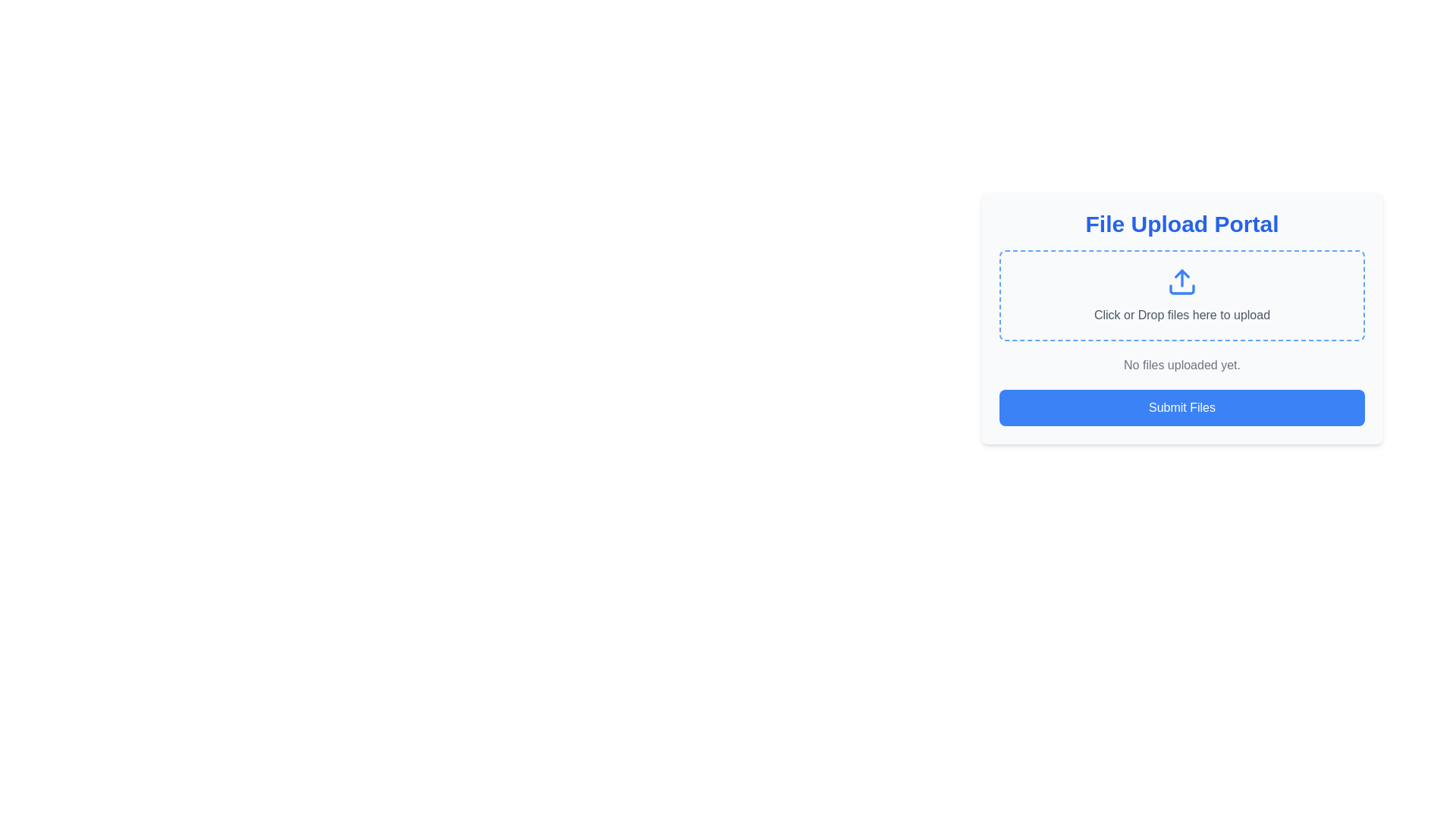 This screenshot has height=819, width=1456. What do you see at coordinates (1181, 281) in the screenshot?
I see `and drop files onto the upload icon located within the dashed-bordered area labeled 'Click or Drop files here` at bounding box center [1181, 281].